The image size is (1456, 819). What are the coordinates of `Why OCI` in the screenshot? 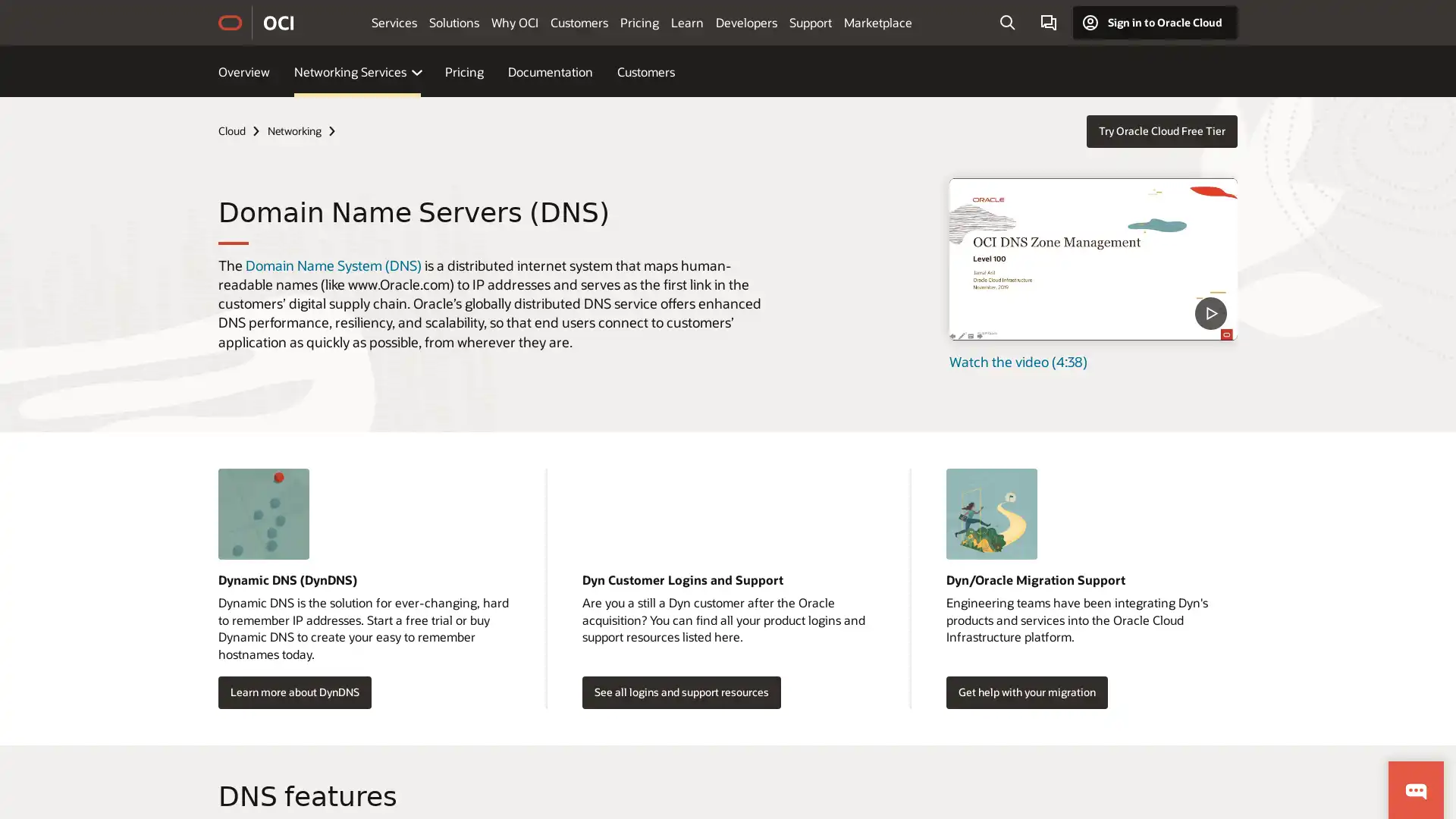 It's located at (514, 22).